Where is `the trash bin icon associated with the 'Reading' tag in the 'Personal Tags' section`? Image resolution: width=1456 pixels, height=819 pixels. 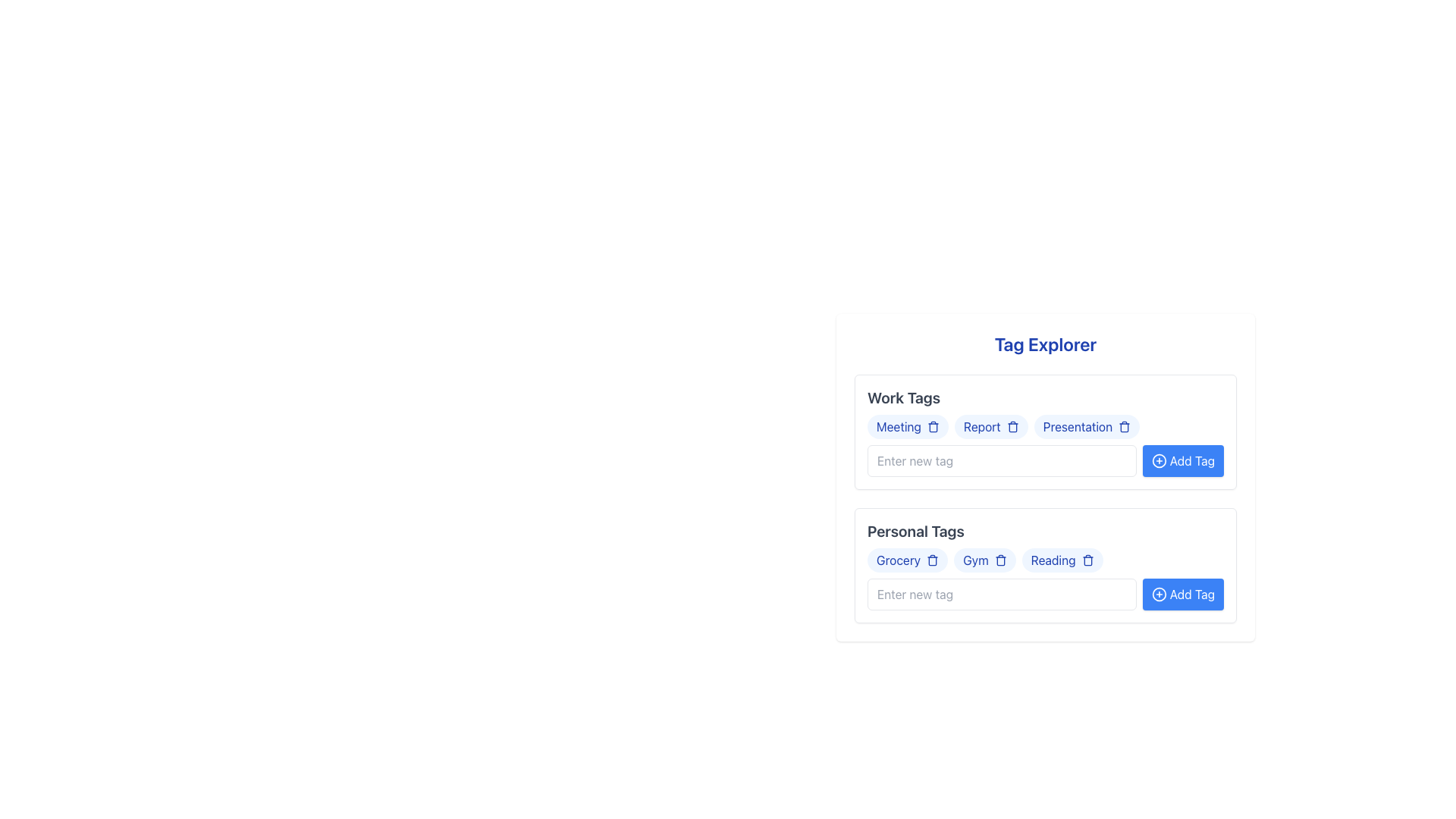 the trash bin icon associated with the 'Reading' tag in the 'Personal Tags' section is located at coordinates (1062, 560).